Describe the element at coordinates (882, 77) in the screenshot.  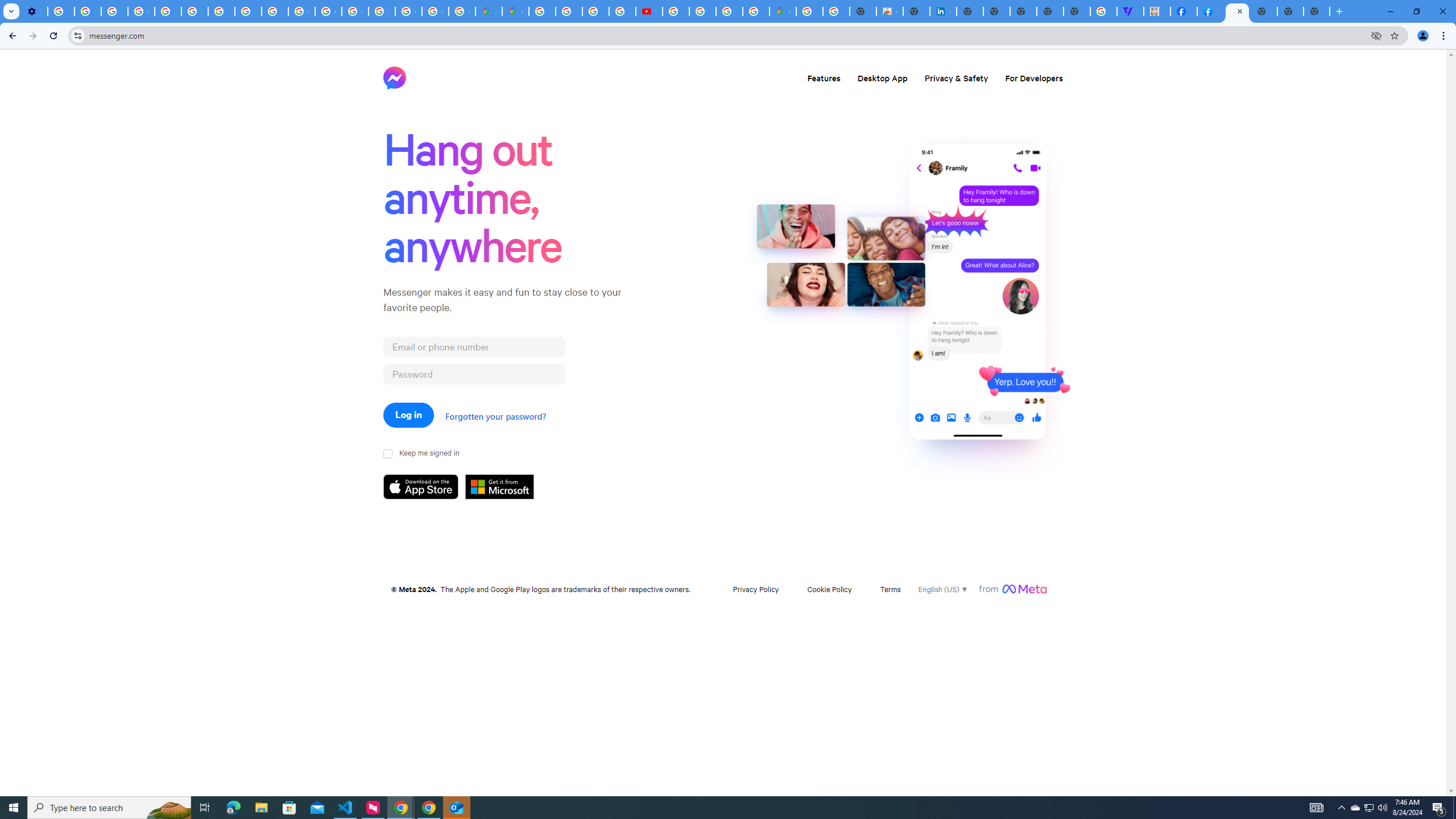
I see `'Desktop App'` at that location.